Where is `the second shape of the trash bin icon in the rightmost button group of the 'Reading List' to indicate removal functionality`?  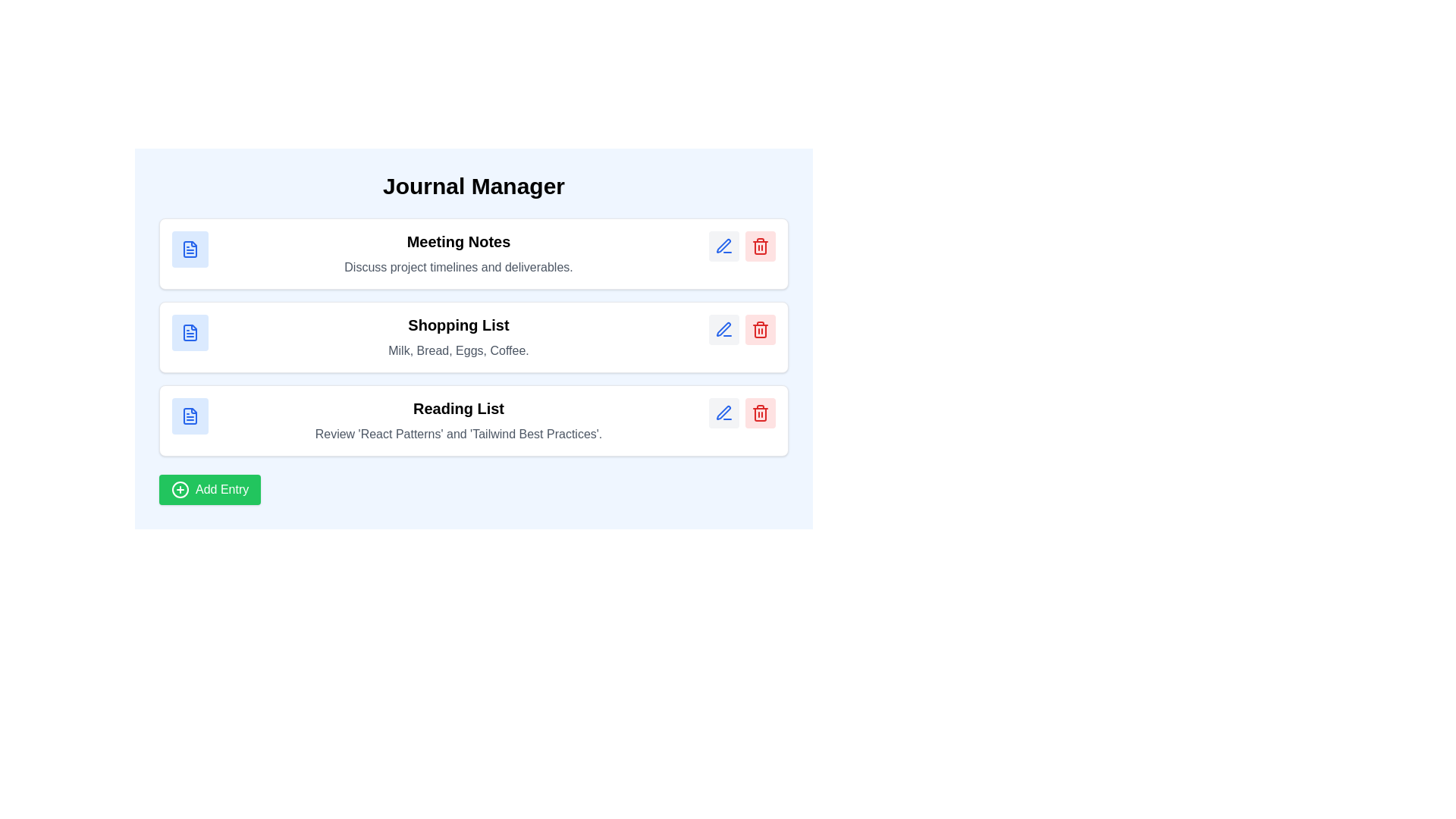
the second shape of the trash bin icon in the rightmost button group of the 'Reading List' to indicate removal functionality is located at coordinates (761, 330).